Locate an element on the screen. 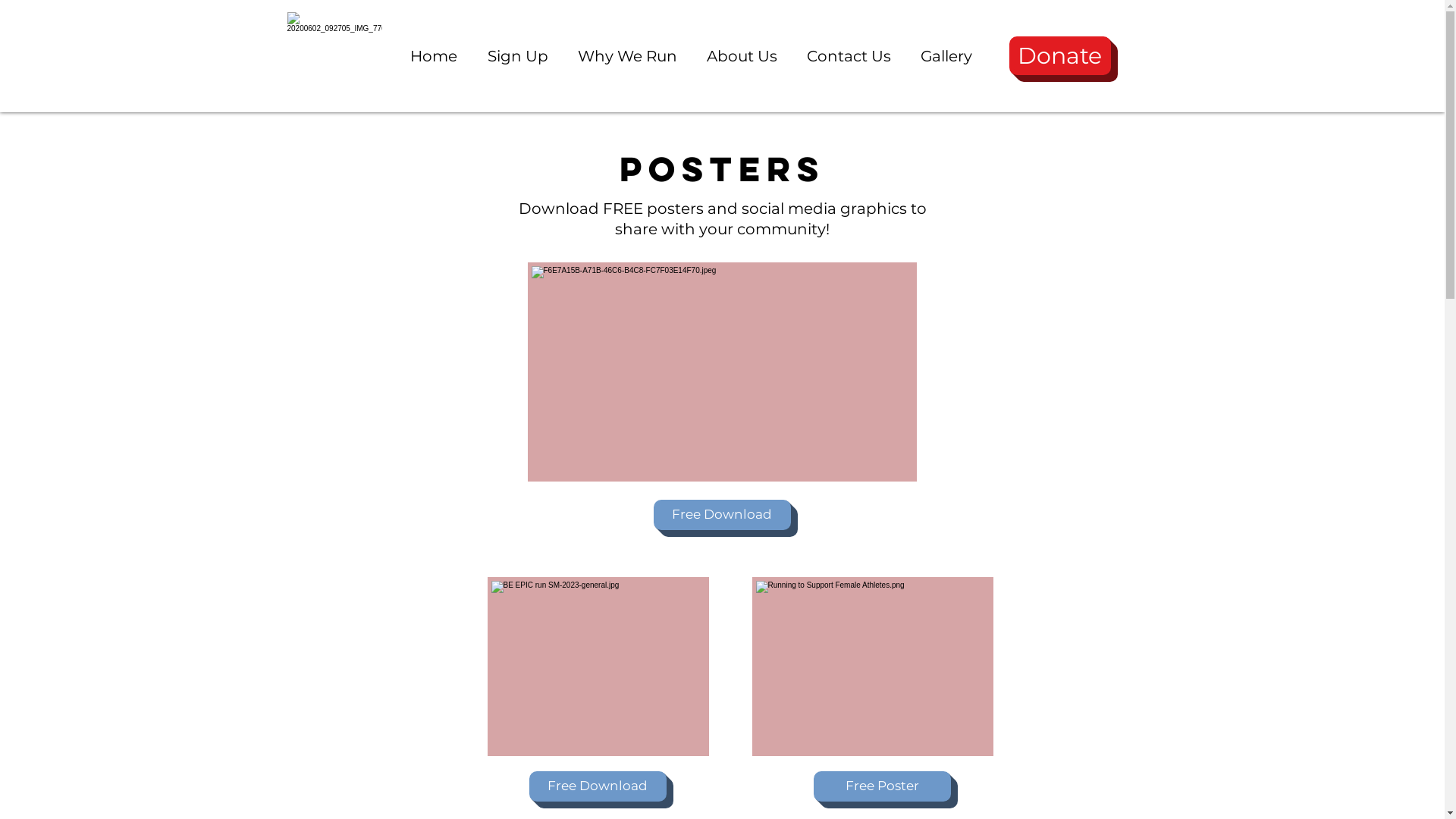 The width and height of the screenshot is (1456, 819). 'Sign Up' is located at coordinates (521, 46).